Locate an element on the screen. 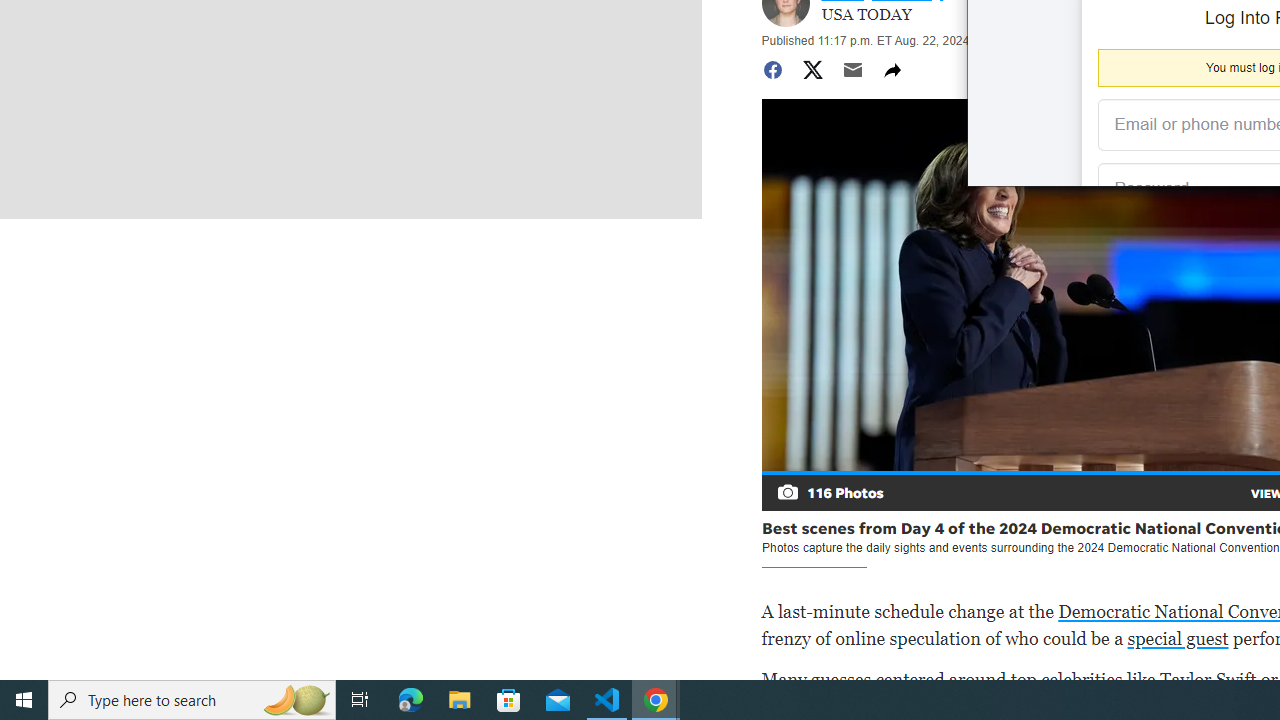  'Task View' is located at coordinates (359, 698).